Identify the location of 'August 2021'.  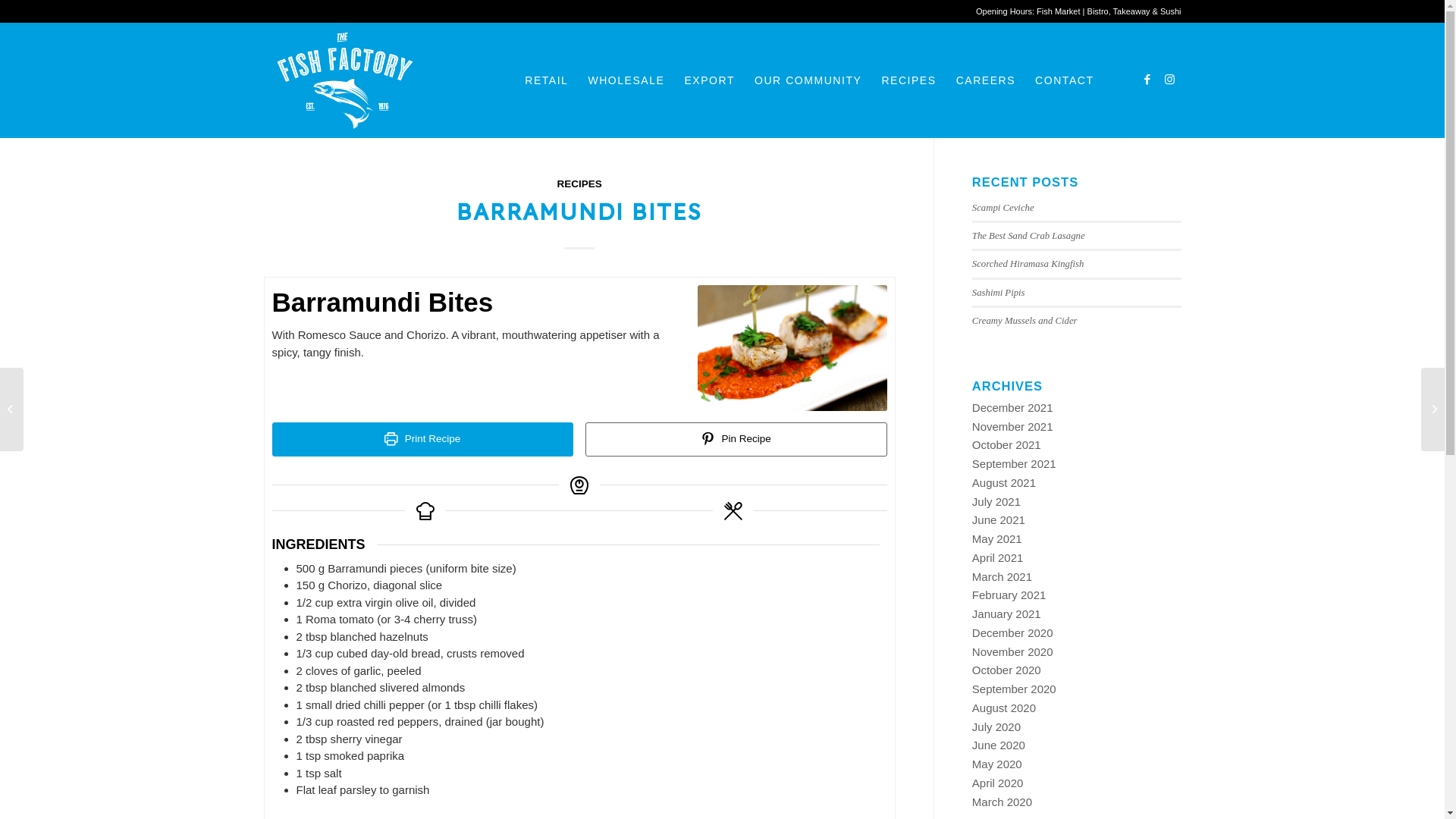
(1004, 482).